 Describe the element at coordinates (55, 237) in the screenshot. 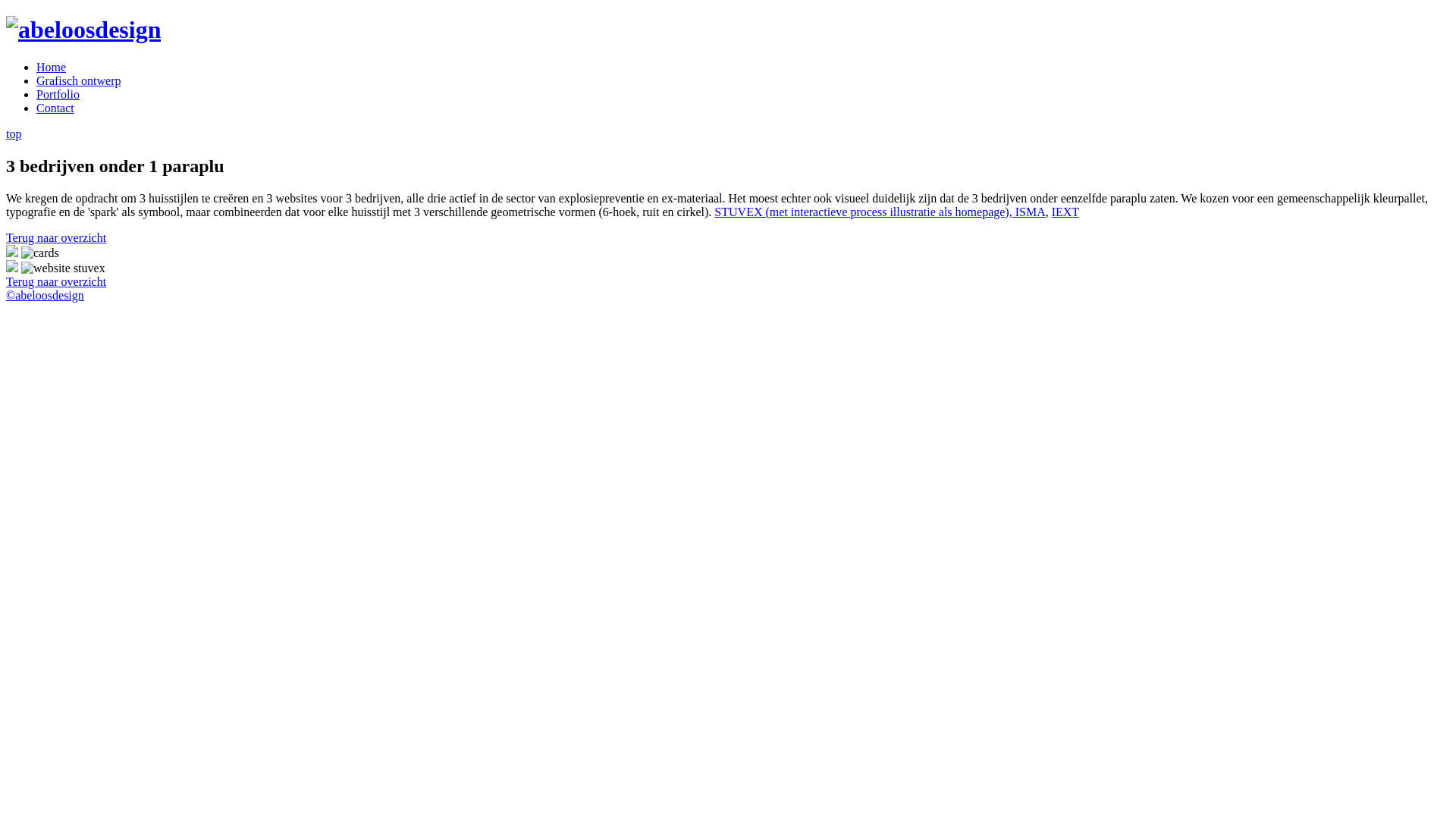

I see `'Terug naar overzicht'` at that location.